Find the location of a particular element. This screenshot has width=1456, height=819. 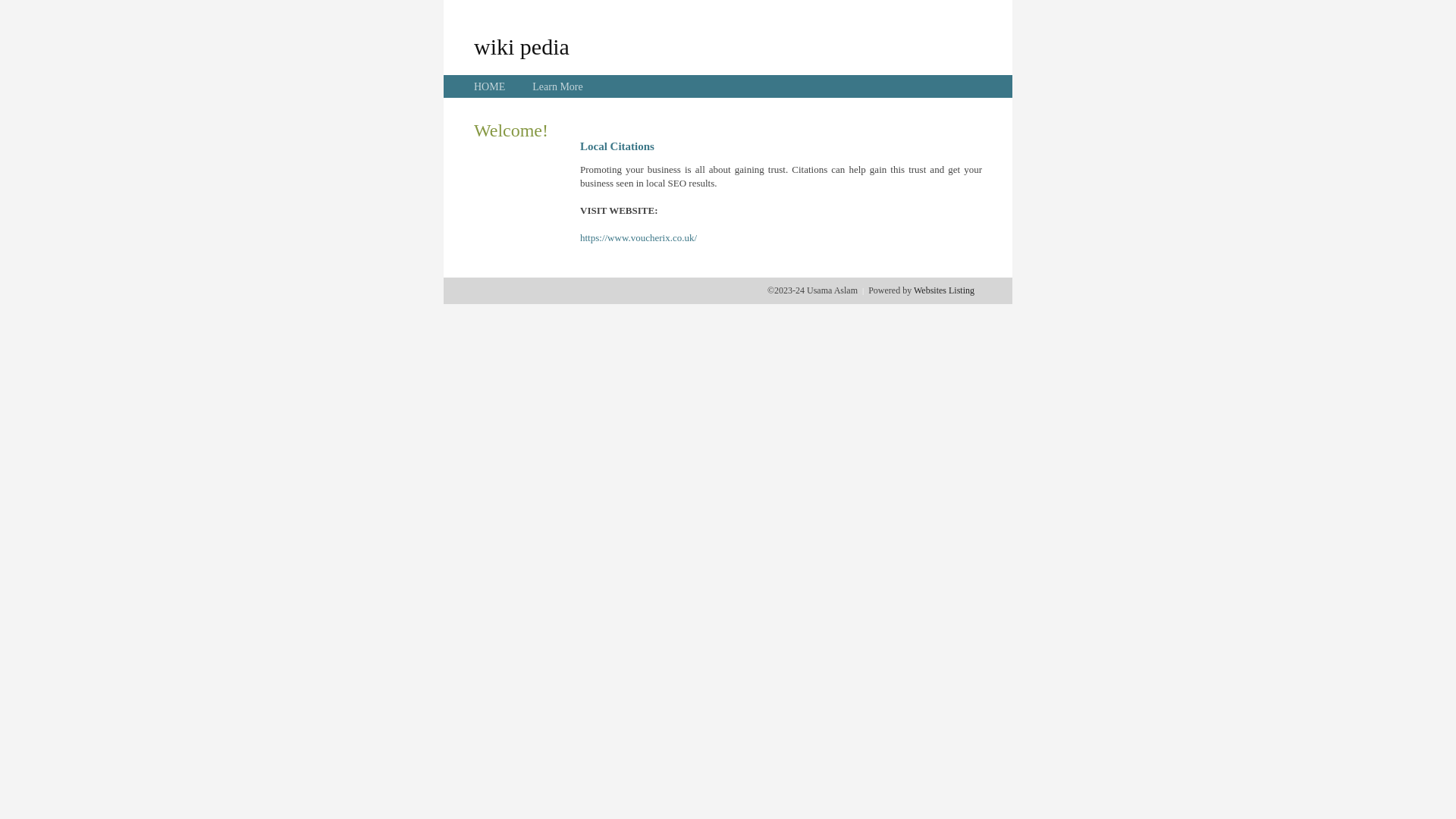

'https://www.voucherix.co.uk/' is located at coordinates (638, 237).